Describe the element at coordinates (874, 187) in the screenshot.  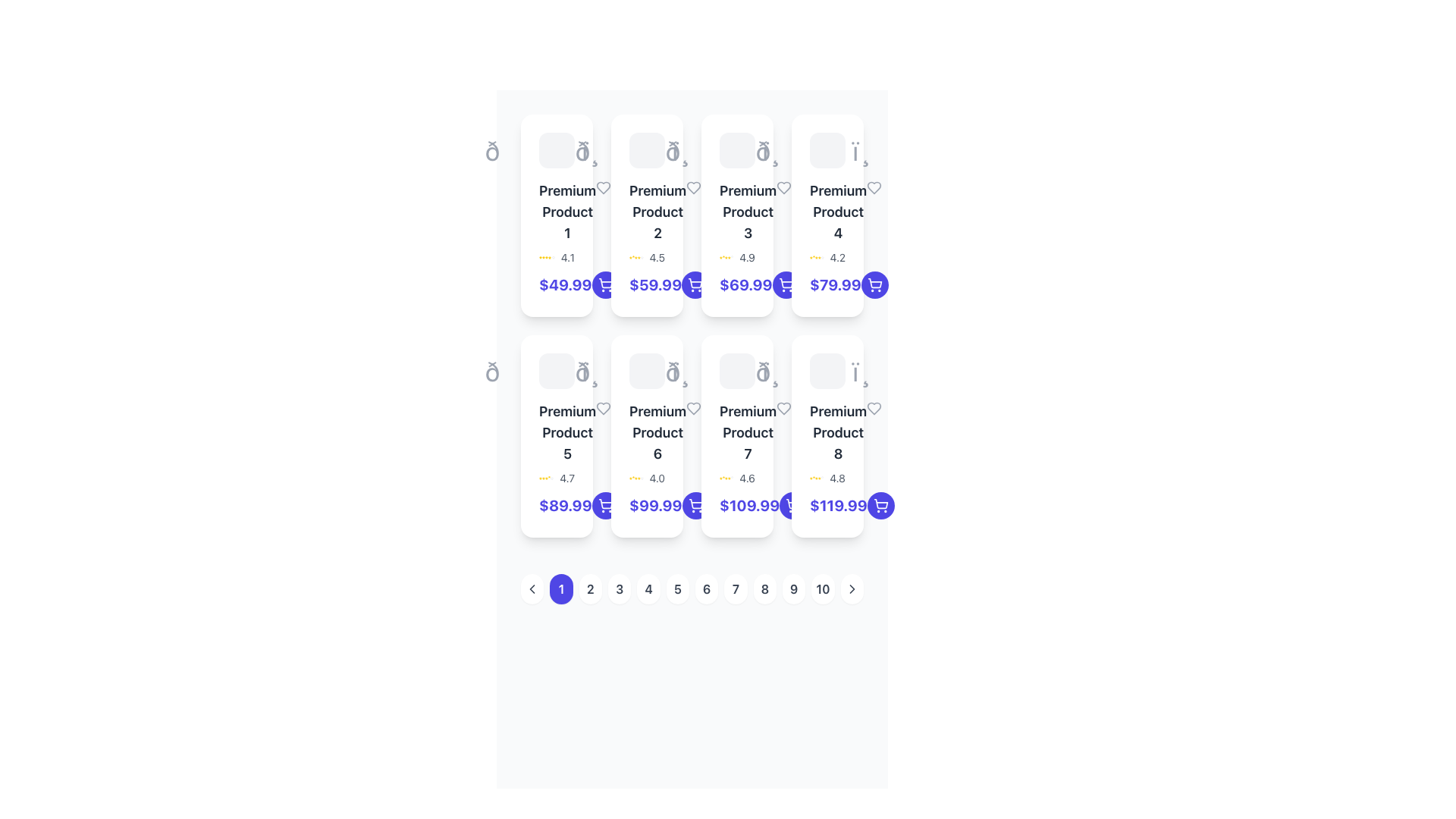
I see `the heart outline icon in the top-right corner of the fourth product card labeled 'Premium Product 4' to mark the product as a favorite` at that location.